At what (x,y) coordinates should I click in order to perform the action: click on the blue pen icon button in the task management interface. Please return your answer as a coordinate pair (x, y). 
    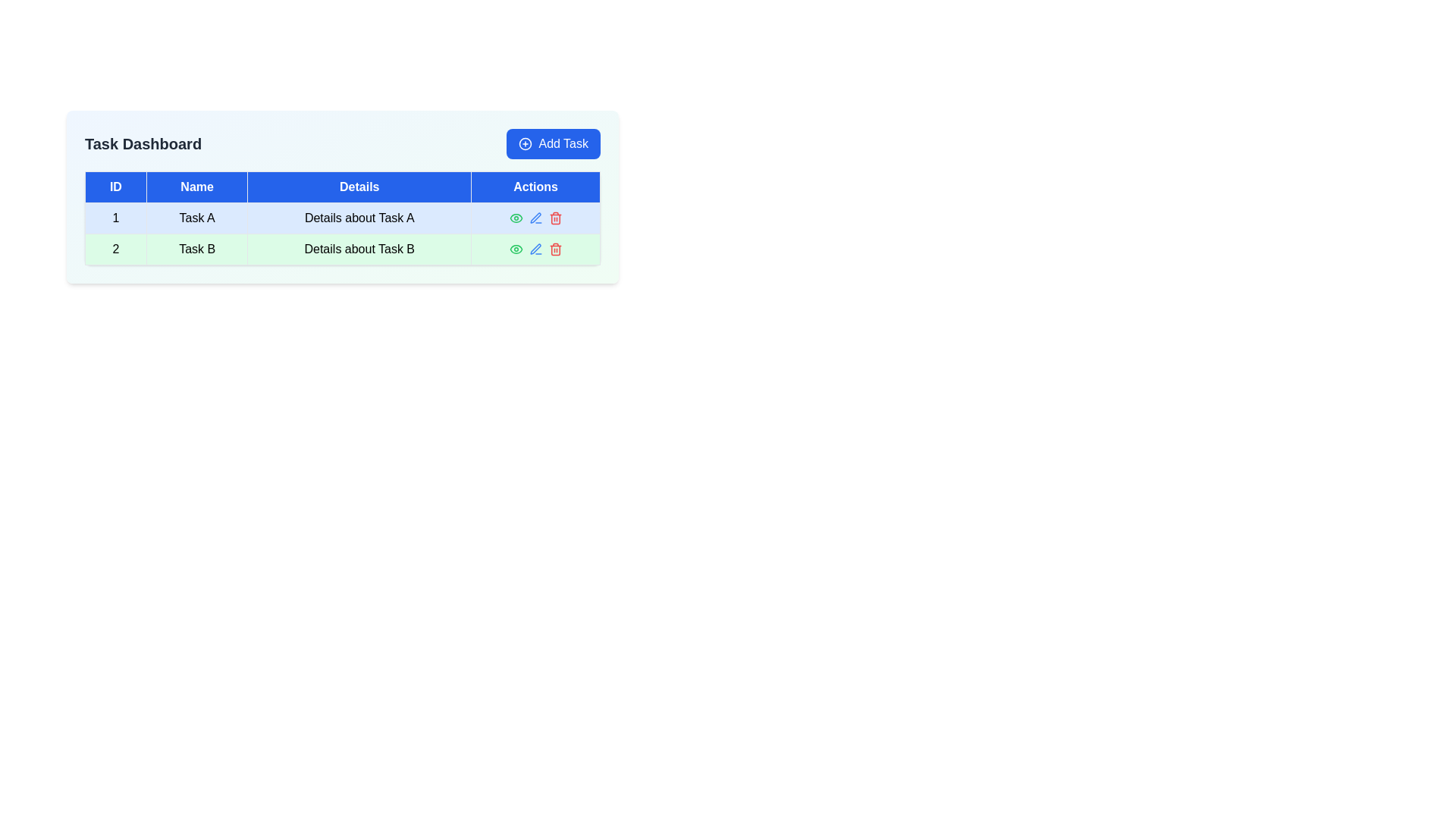
    Looking at the image, I should click on (535, 218).